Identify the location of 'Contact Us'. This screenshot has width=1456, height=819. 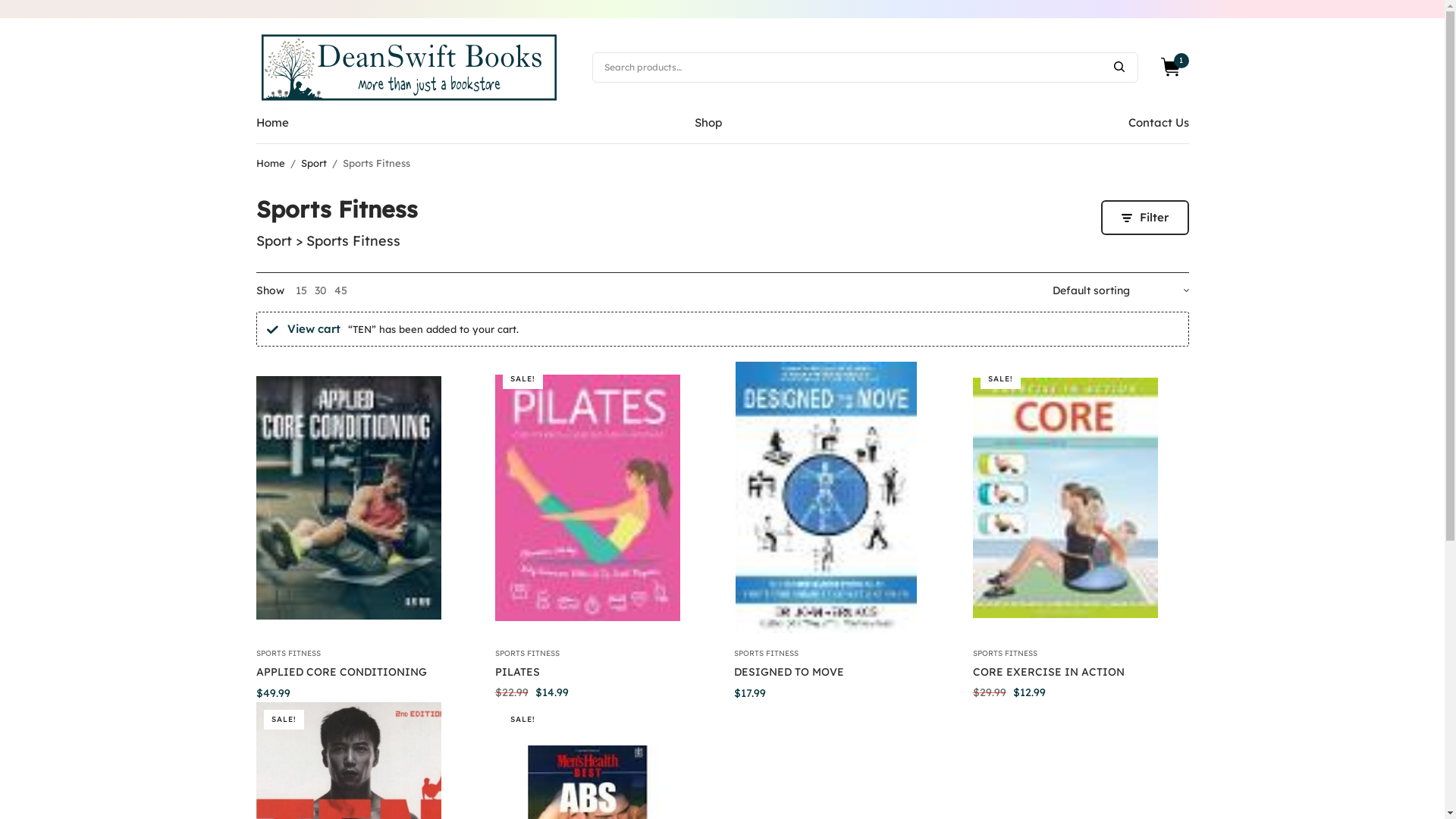
(1157, 121).